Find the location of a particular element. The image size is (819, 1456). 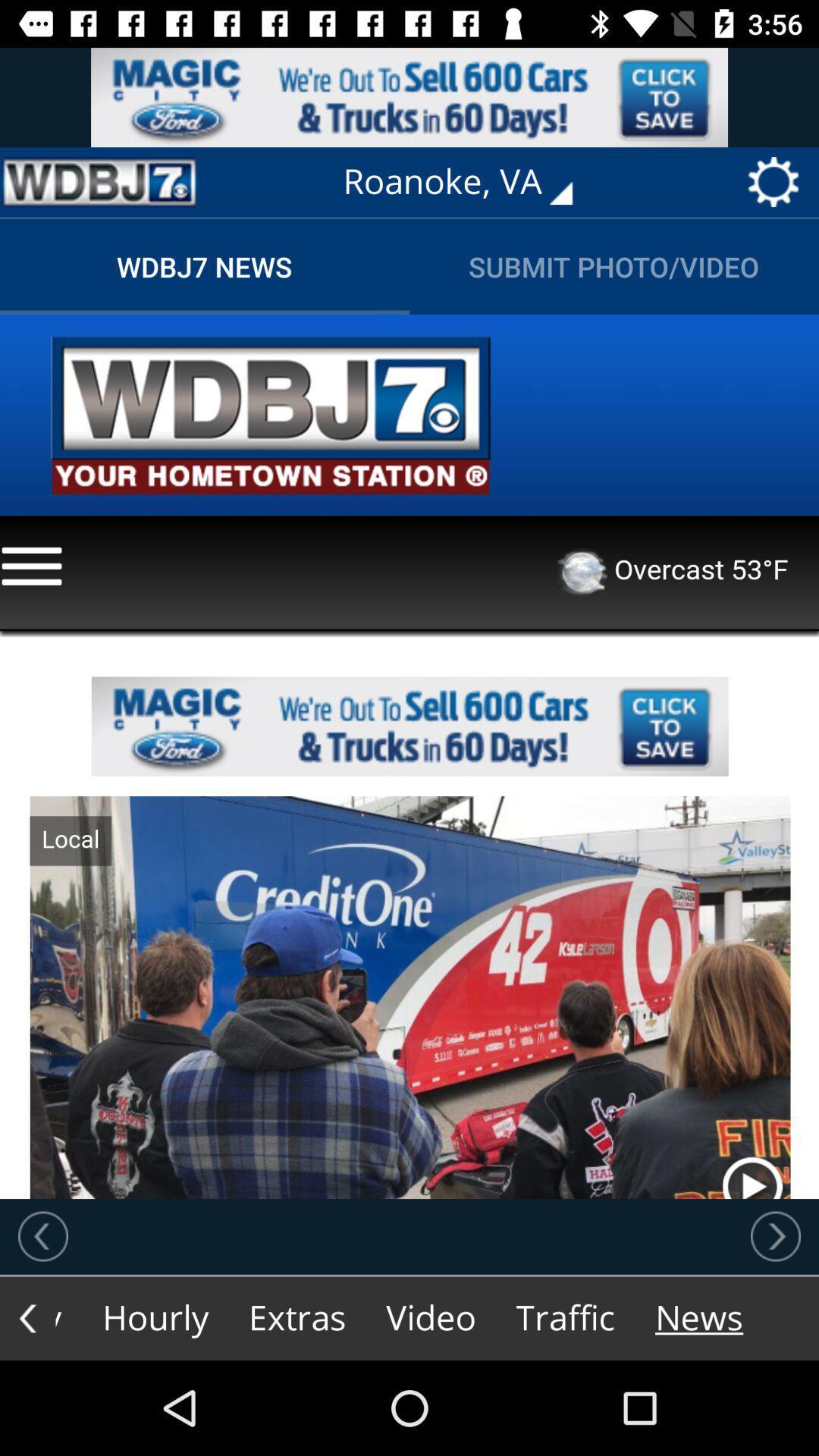

homepage is located at coordinates (99, 182).